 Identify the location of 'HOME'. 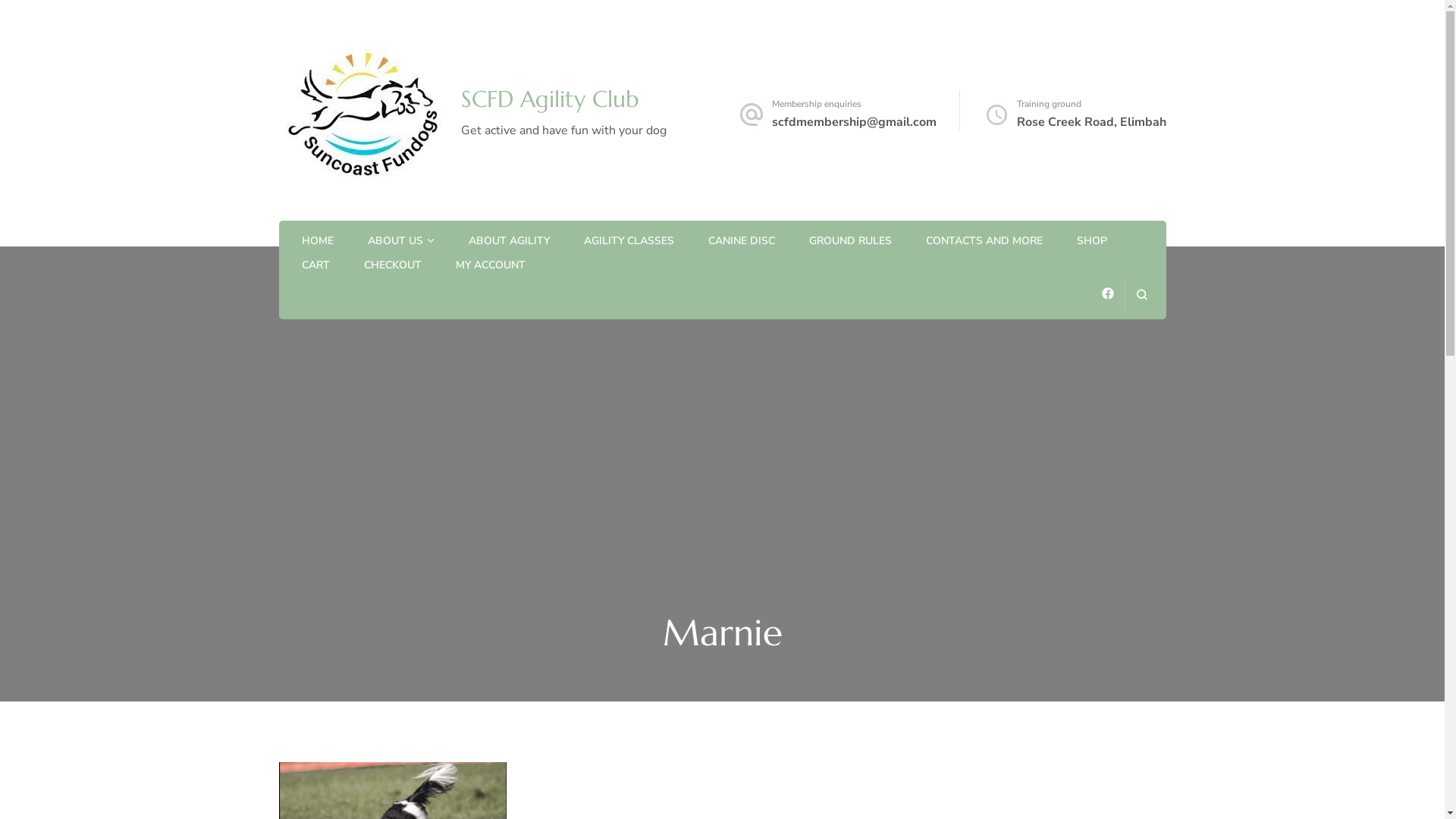
(316, 241).